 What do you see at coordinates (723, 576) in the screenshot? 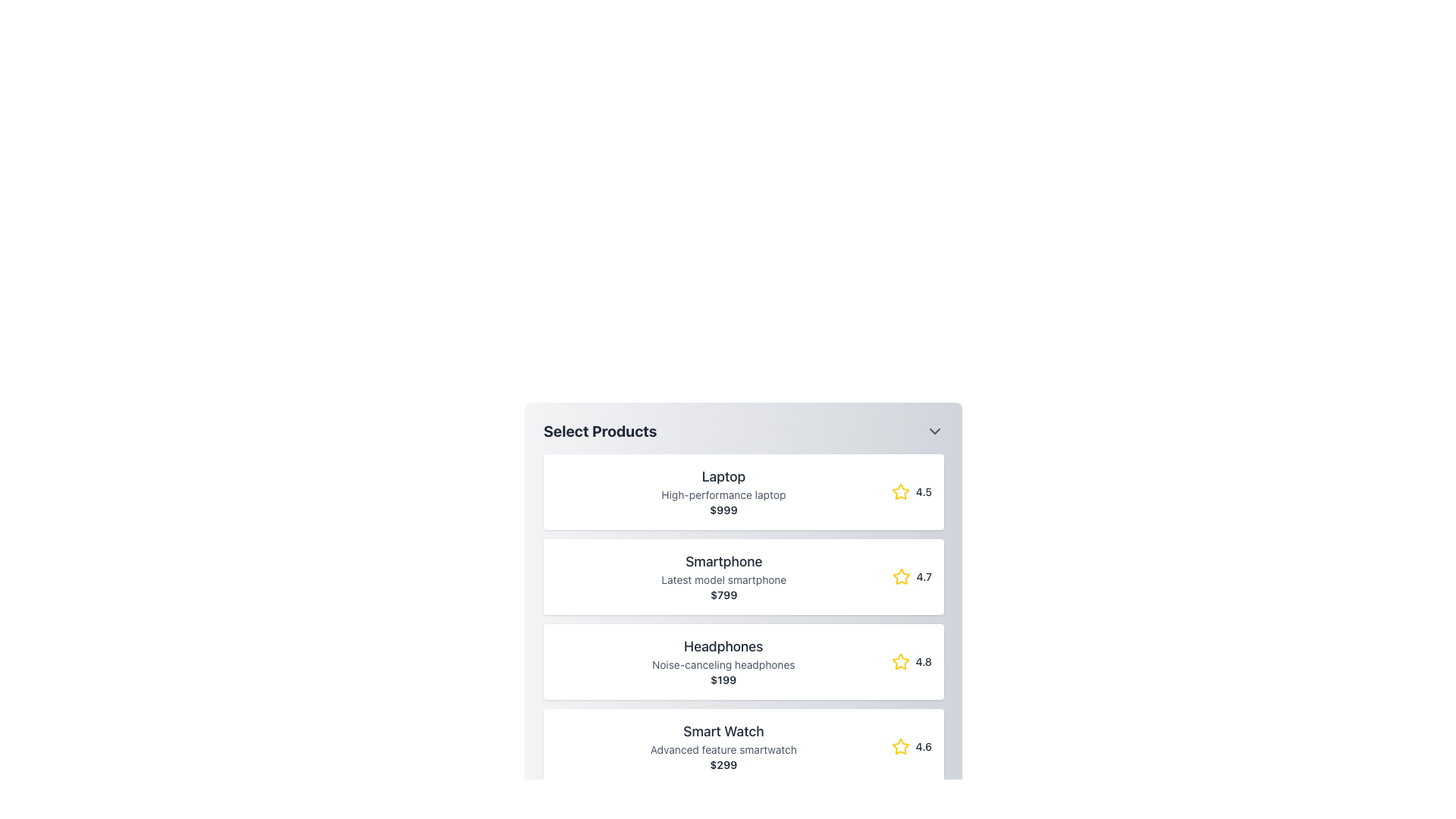
I see `the 'Smartphone' text display` at bounding box center [723, 576].